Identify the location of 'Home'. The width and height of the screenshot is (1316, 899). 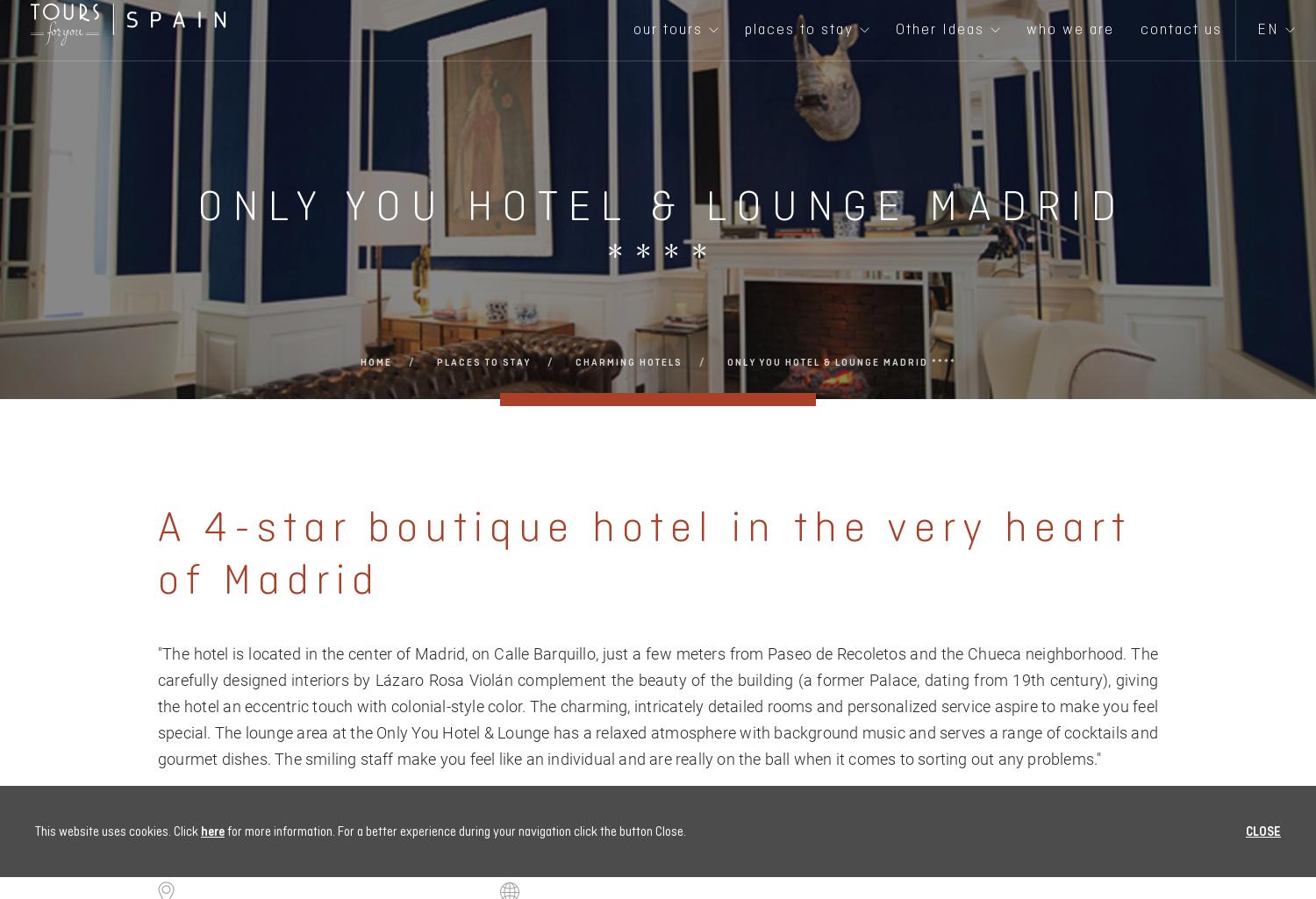
(375, 361).